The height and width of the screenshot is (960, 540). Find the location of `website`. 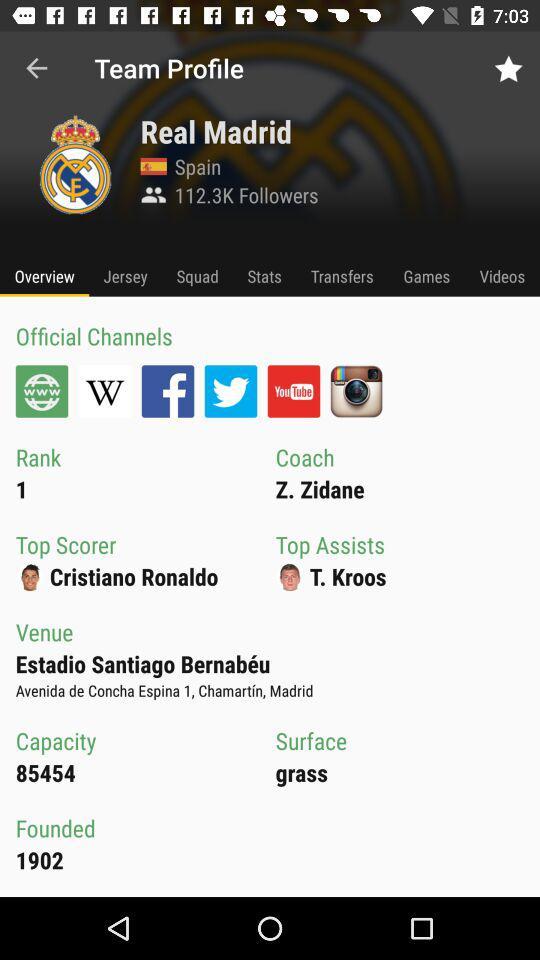

website is located at coordinates (42, 390).